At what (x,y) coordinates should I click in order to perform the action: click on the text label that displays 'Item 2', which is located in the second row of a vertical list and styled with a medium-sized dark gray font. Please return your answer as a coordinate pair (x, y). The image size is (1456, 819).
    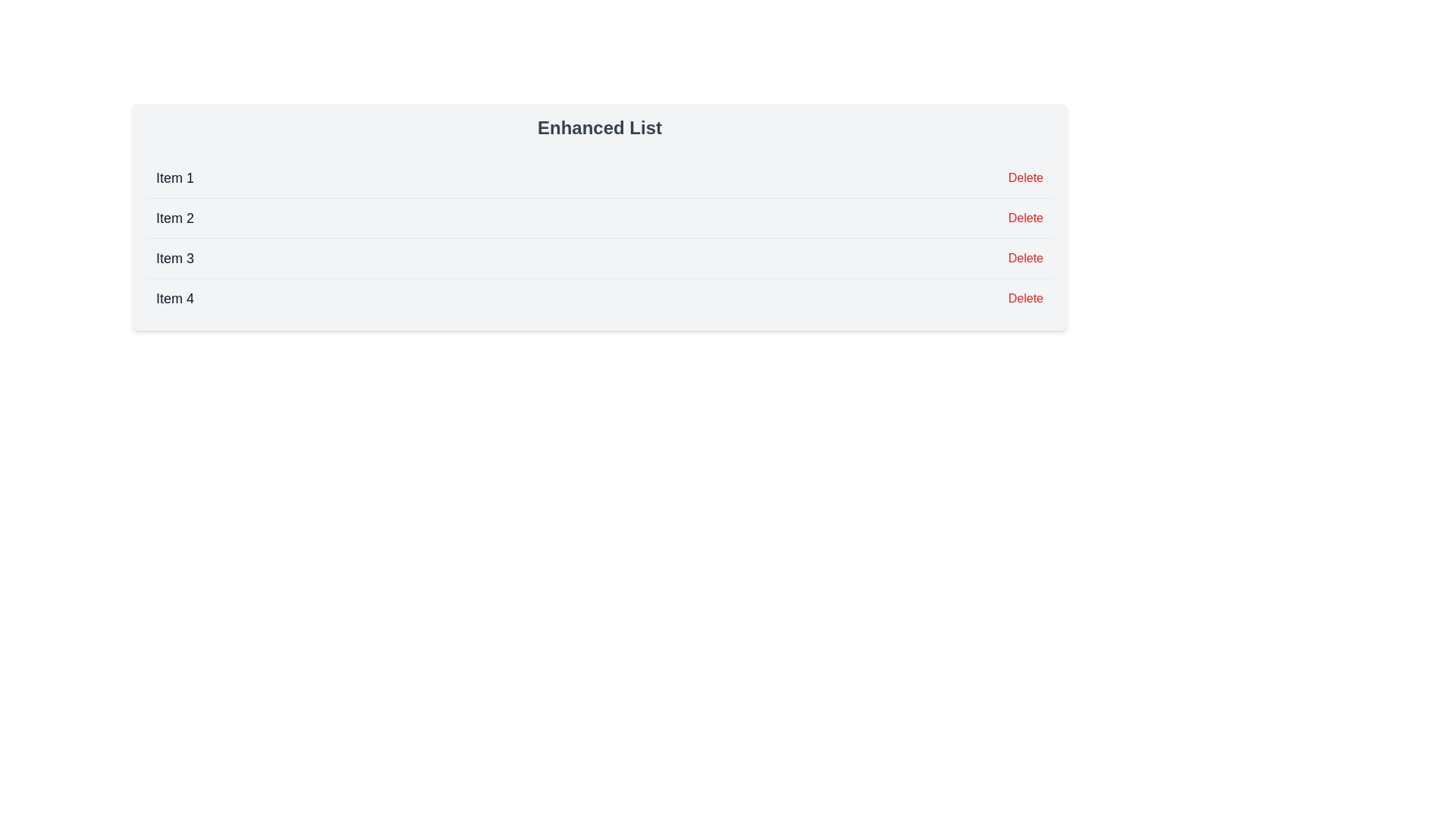
    Looking at the image, I should click on (174, 218).